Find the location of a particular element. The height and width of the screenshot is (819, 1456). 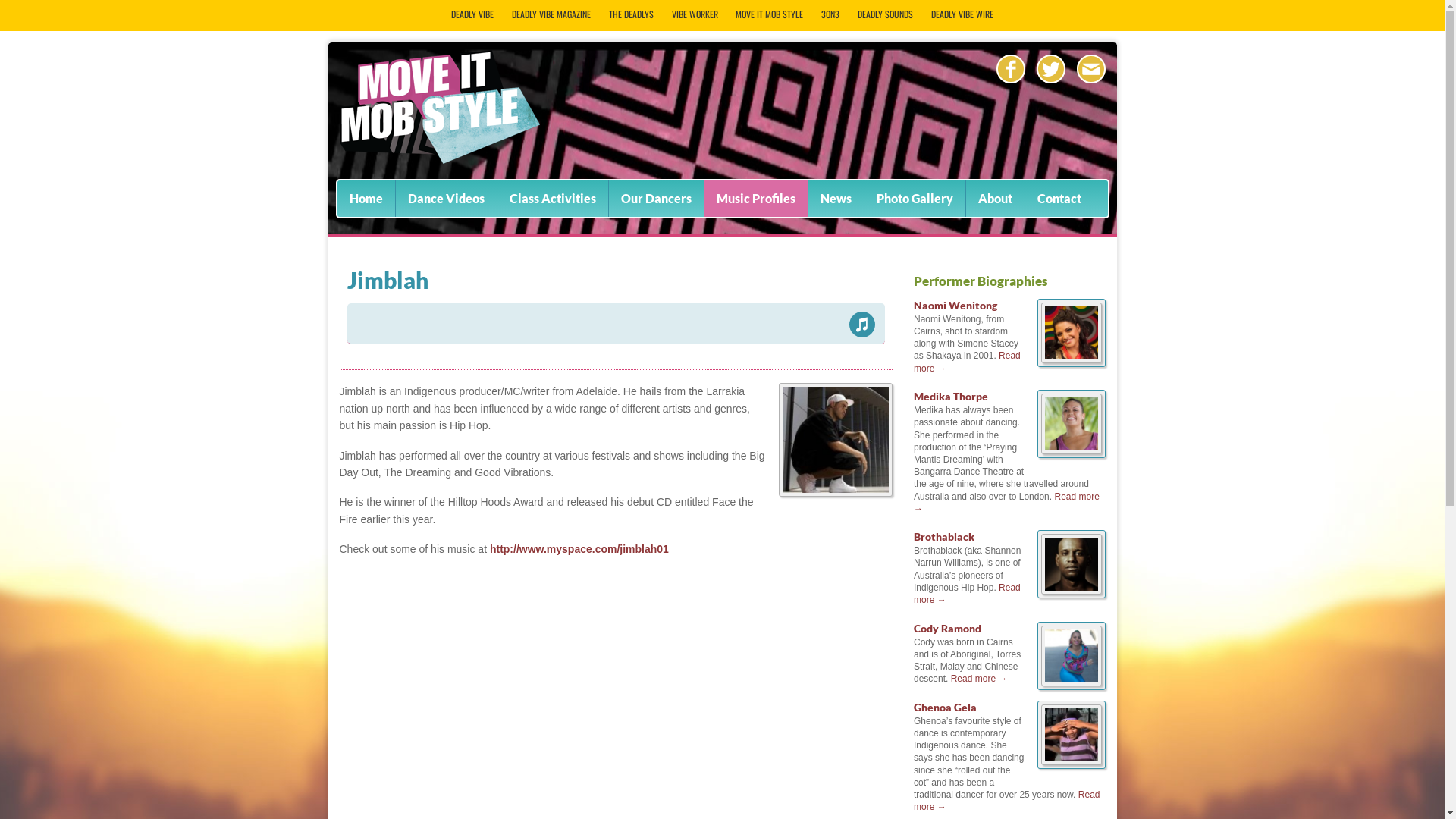

'http://www.myspace.com/jimblah01' is located at coordinates (490, 549).